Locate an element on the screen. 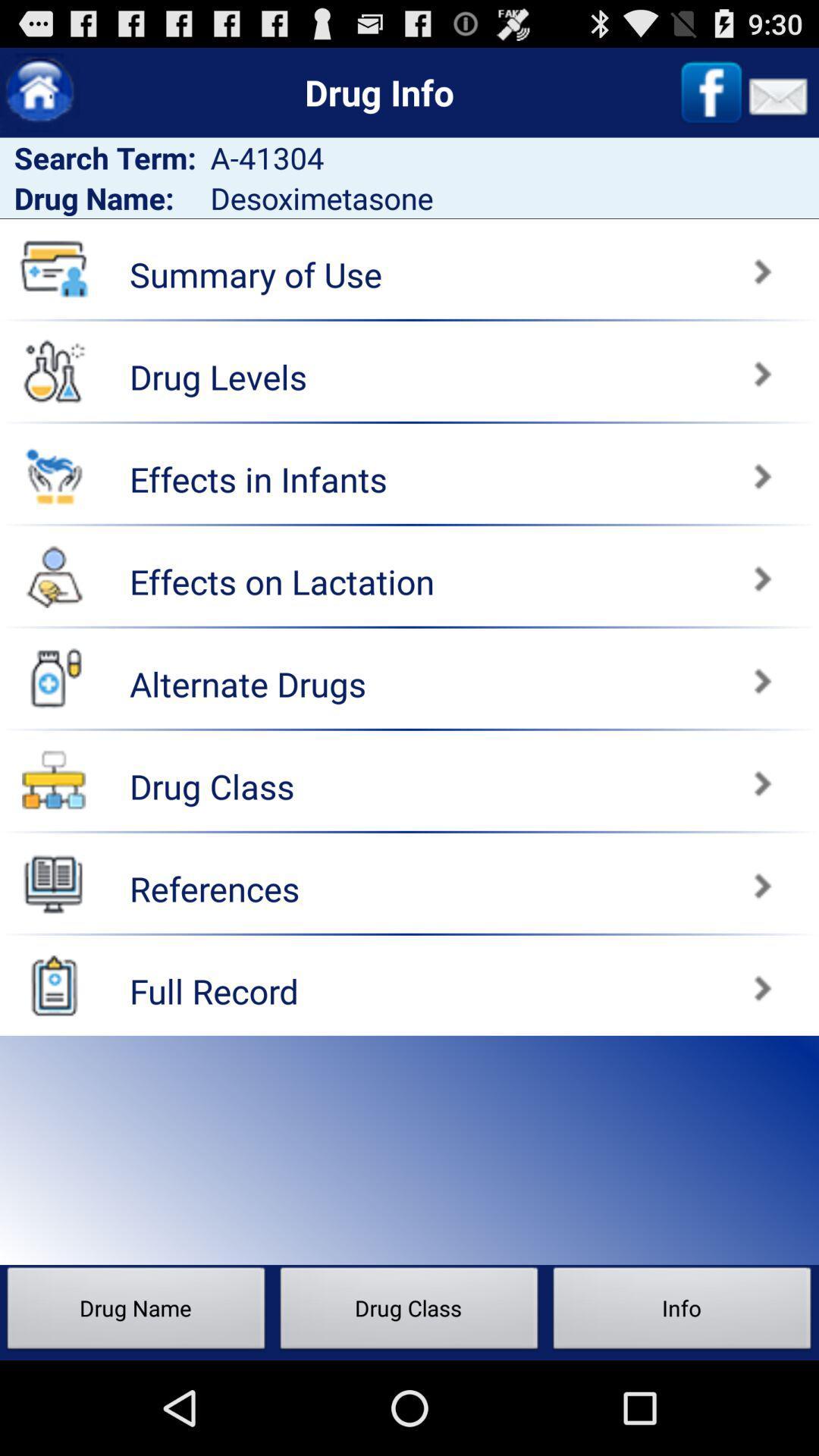  access main page is located at coordinates (39, 92).